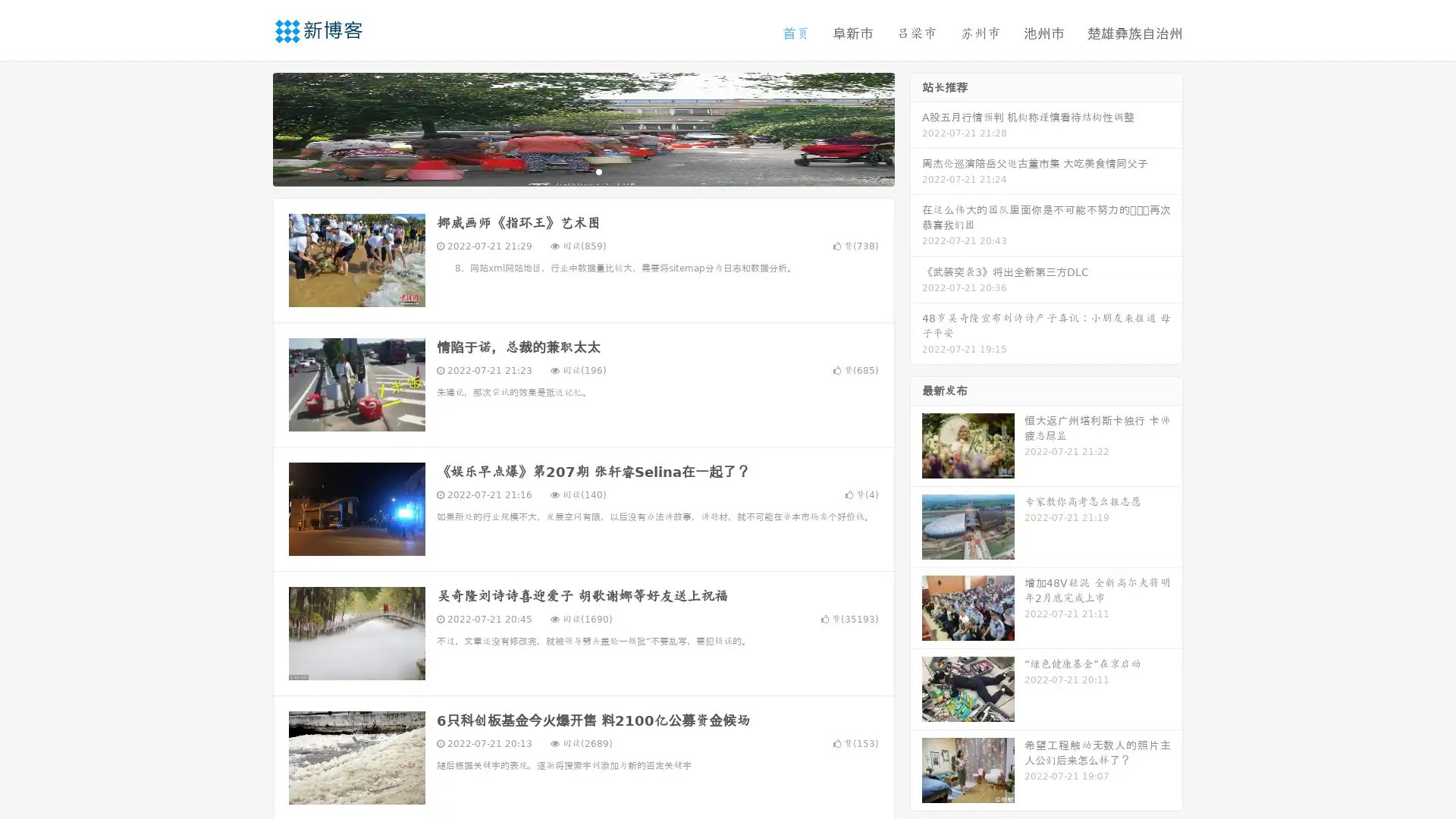 This screenshot has width=1456, height=819. What do you see at coordinates (916, 127) in the screenshot?
I see `Next slide` at bounding box center [916, 127].